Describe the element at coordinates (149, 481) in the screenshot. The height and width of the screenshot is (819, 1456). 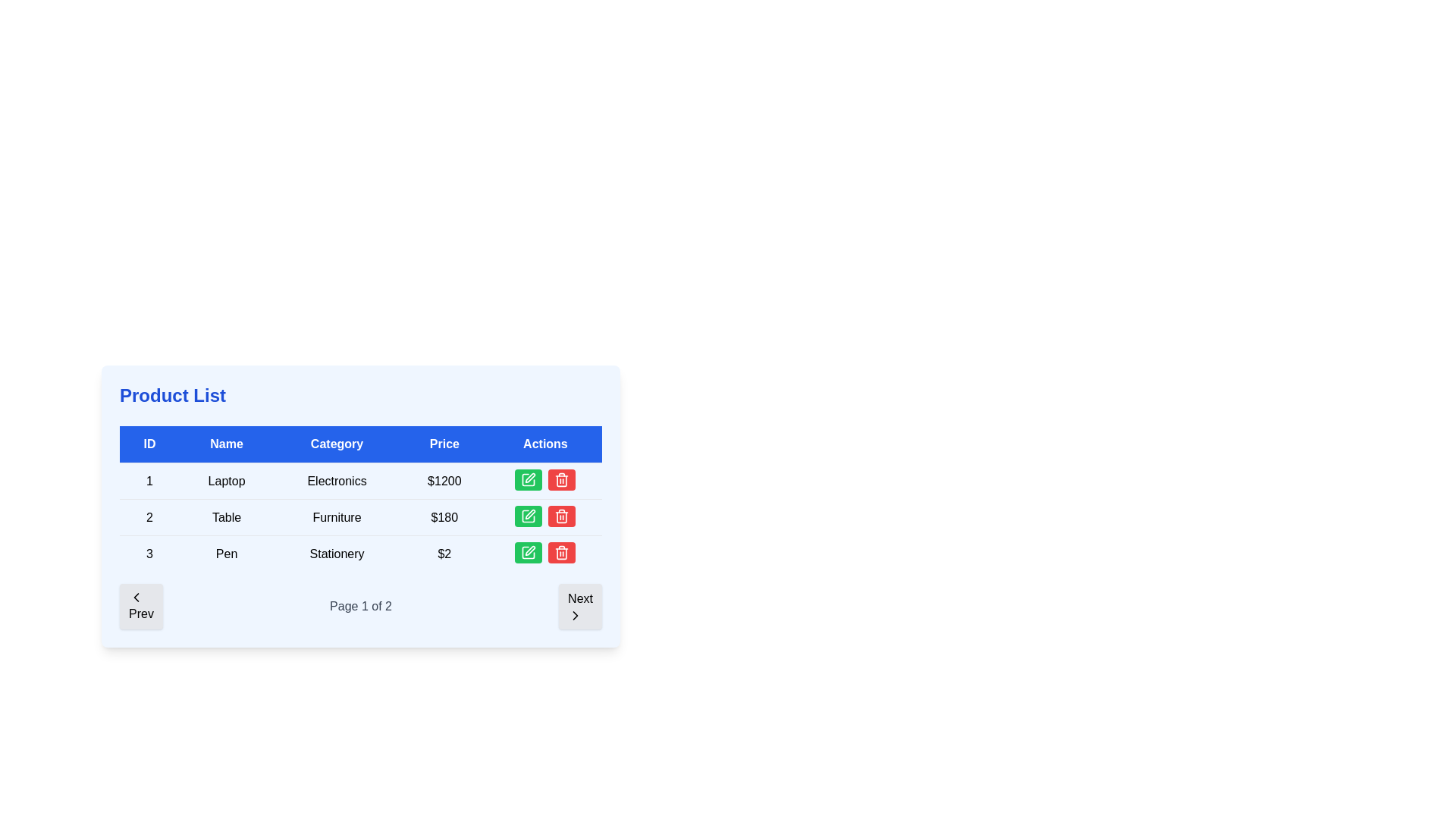
I see `the numeral '1' in bold, black font located in the first cell of the 'ID' column in the table corresponding to the first product entry ('Laptop')` at that location.